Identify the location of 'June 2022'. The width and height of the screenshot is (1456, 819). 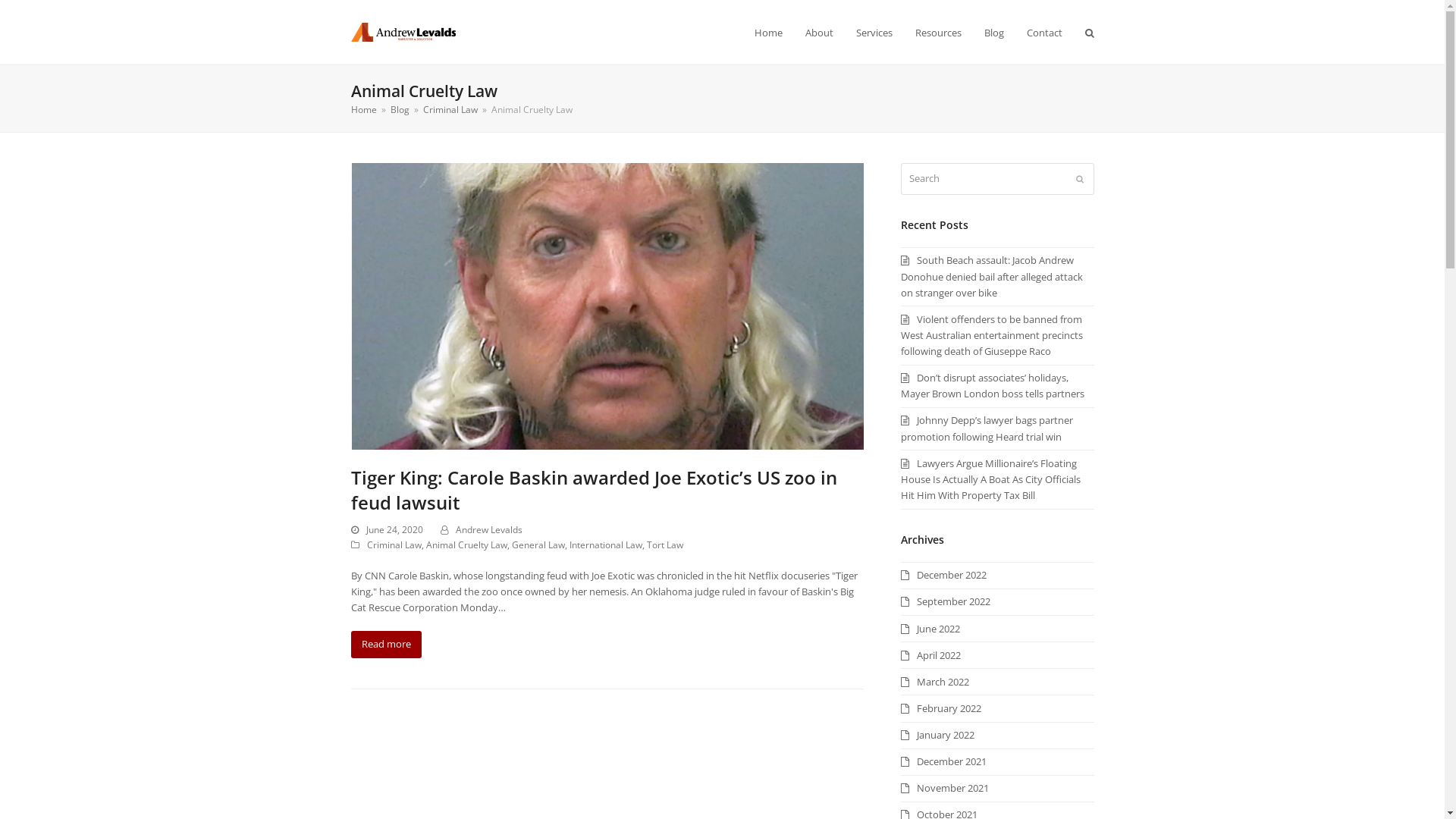
(930, 629).